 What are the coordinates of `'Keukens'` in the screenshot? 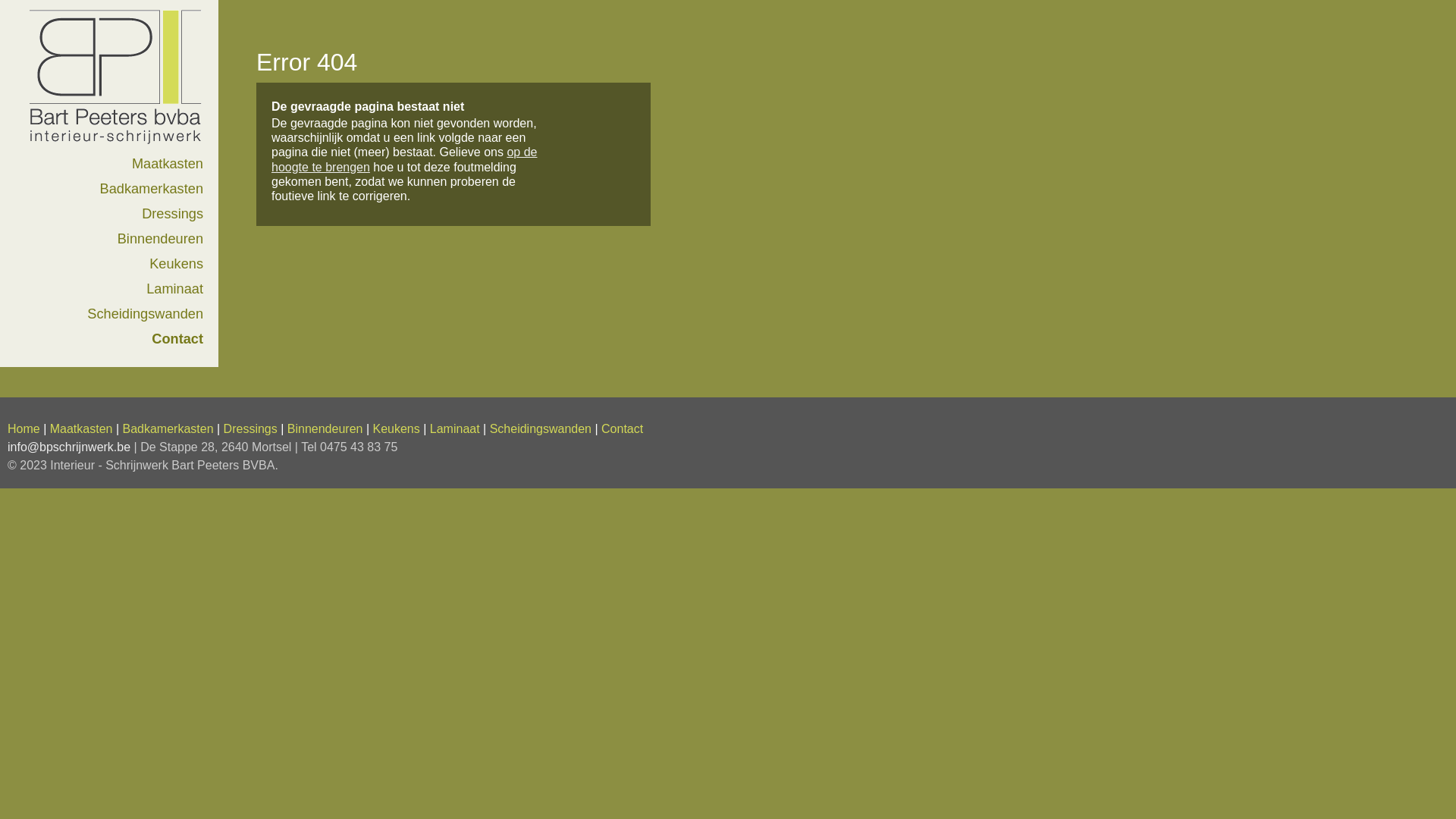 It's located at (372, 428).